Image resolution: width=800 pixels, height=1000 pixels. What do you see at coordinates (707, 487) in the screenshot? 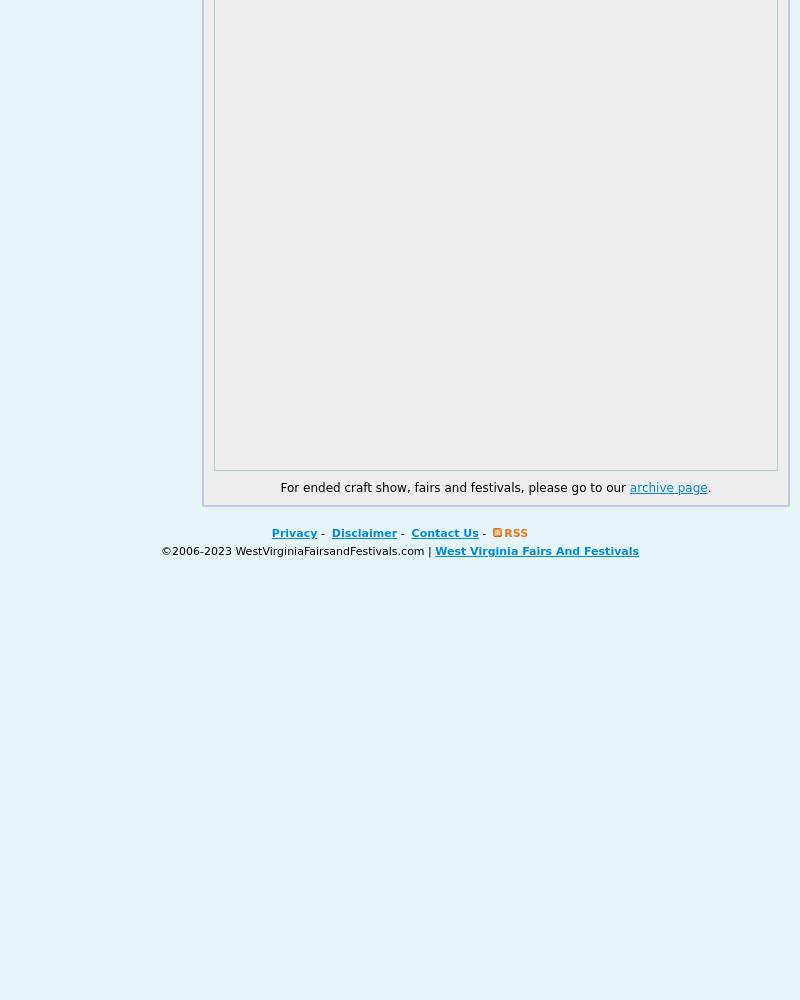
I see `'.'` at bounding box center [707, 487].